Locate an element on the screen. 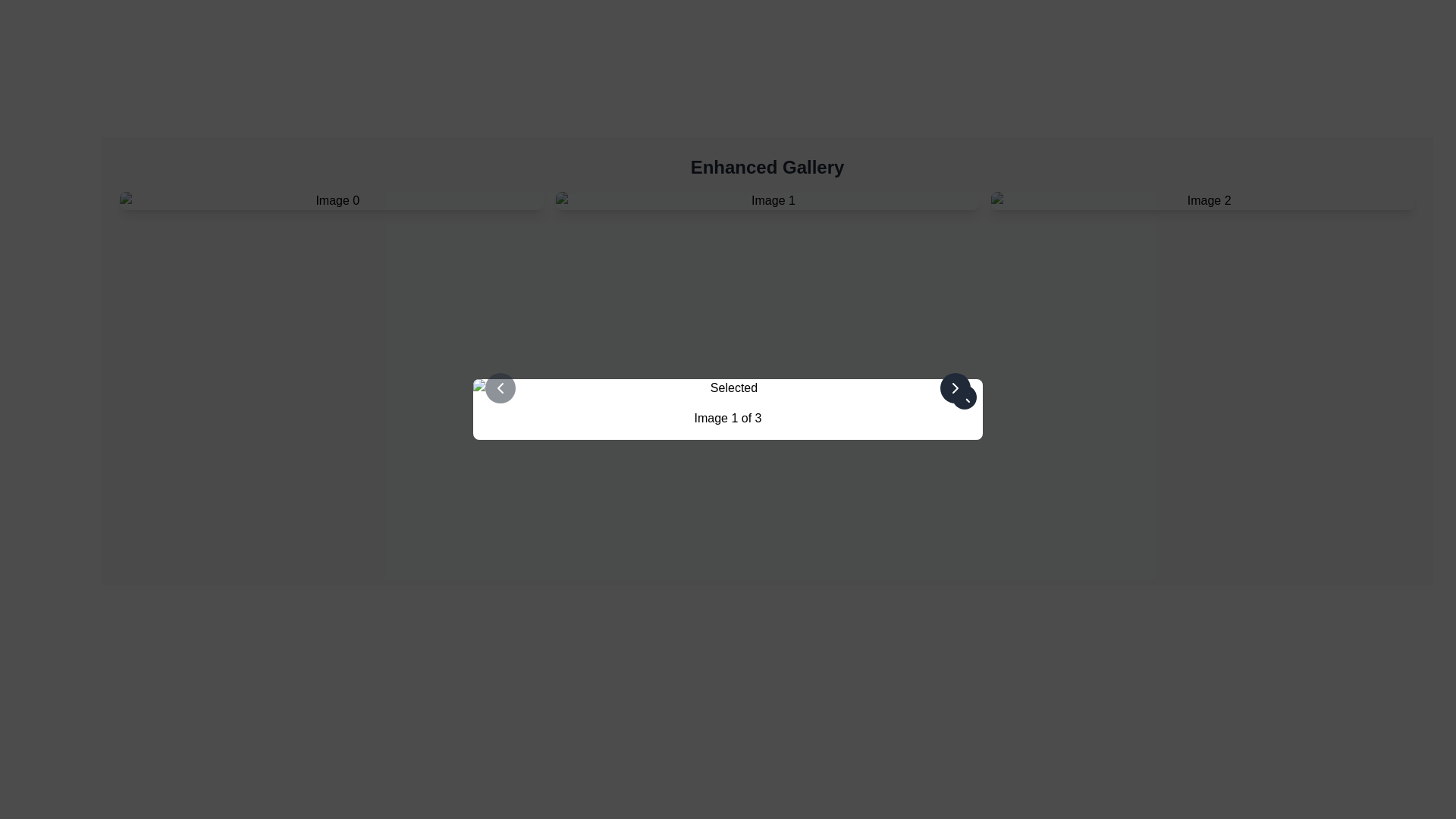 The image size is (1456, 819). the left-pointing chevron icon located within the navigational button of the gallery component is located at coordinates (500, 388).